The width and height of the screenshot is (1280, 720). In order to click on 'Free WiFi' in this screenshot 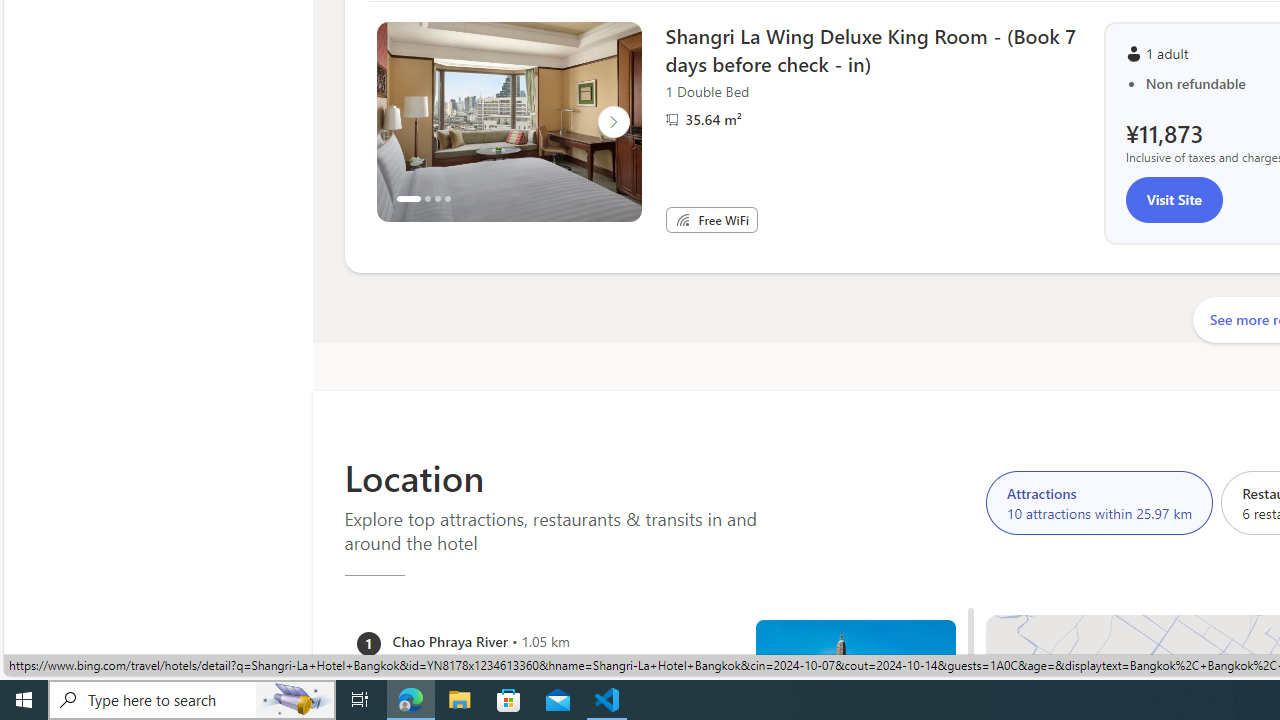, I will do `click(682, 219)`.